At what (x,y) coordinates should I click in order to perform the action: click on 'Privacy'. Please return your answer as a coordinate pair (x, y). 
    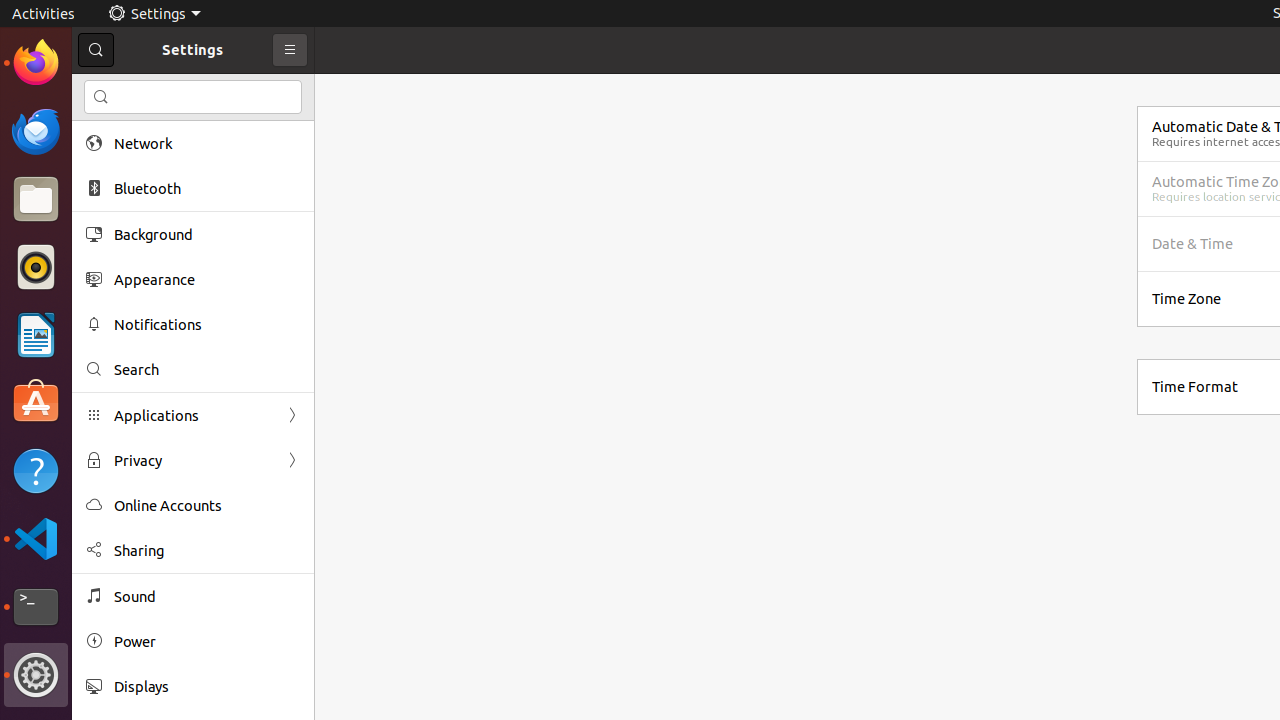
    Looking at the image, I should click on (193, 460).